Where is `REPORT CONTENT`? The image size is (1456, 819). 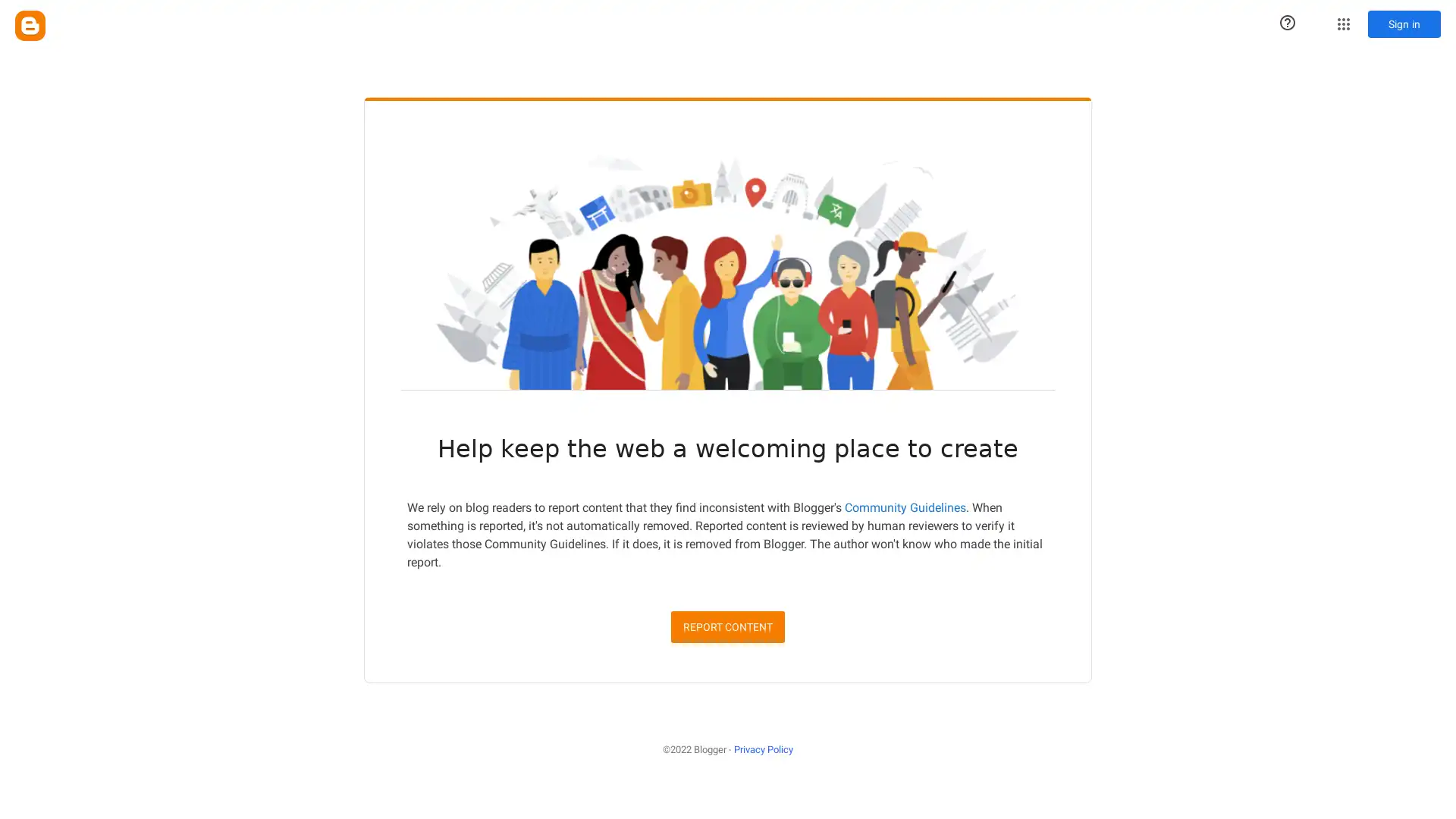 REPORT CONTENT is located at coordinates (728, 626).